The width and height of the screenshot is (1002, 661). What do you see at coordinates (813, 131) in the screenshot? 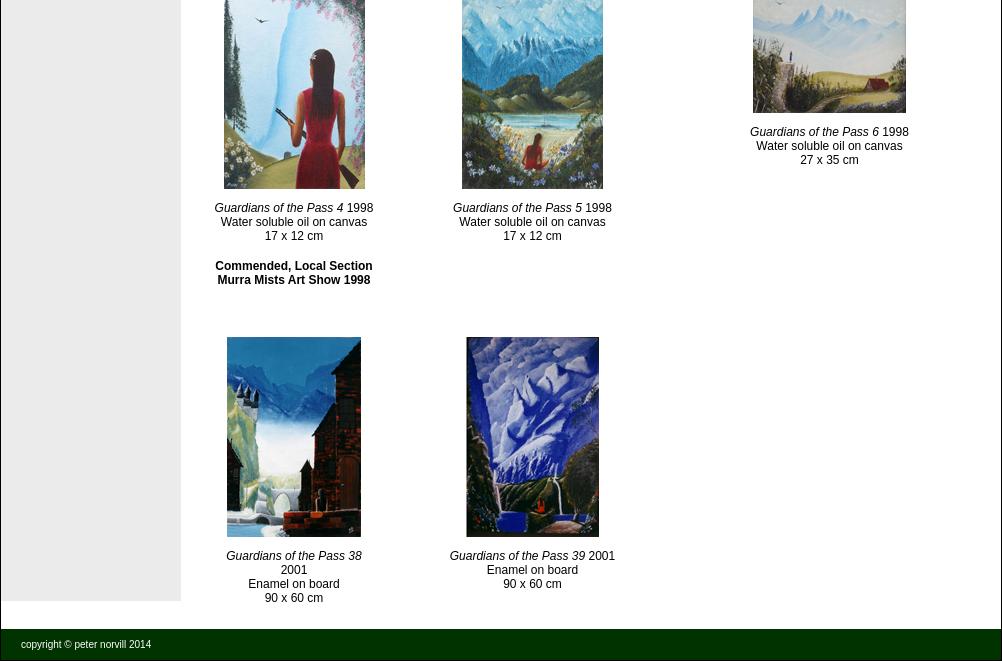
I see `'Guardians of the Pass 6'` at bounding box center [813, 131].